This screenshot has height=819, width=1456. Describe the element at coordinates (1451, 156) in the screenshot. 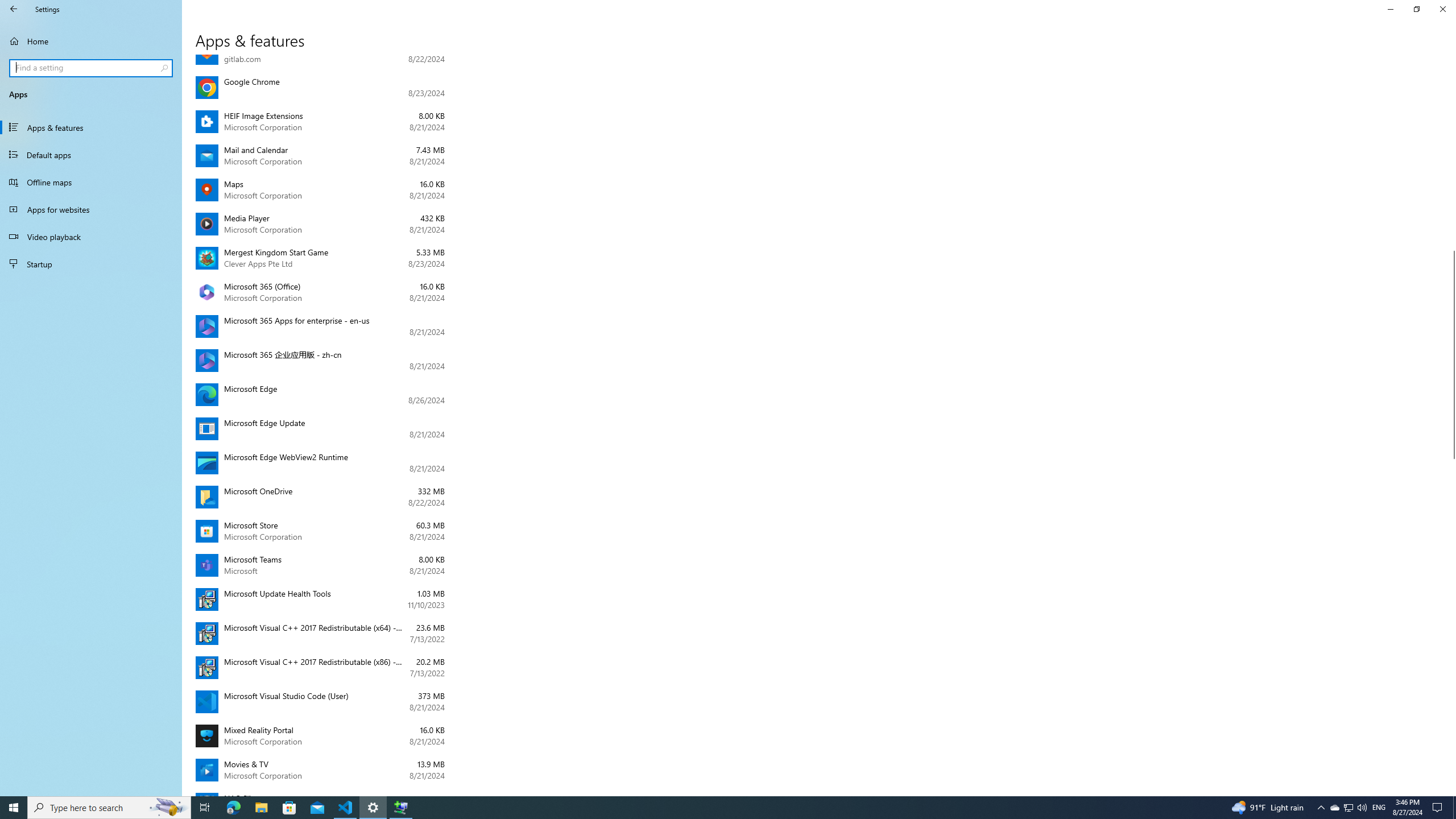

I see `'Vertical Large Decrease'` at that location.